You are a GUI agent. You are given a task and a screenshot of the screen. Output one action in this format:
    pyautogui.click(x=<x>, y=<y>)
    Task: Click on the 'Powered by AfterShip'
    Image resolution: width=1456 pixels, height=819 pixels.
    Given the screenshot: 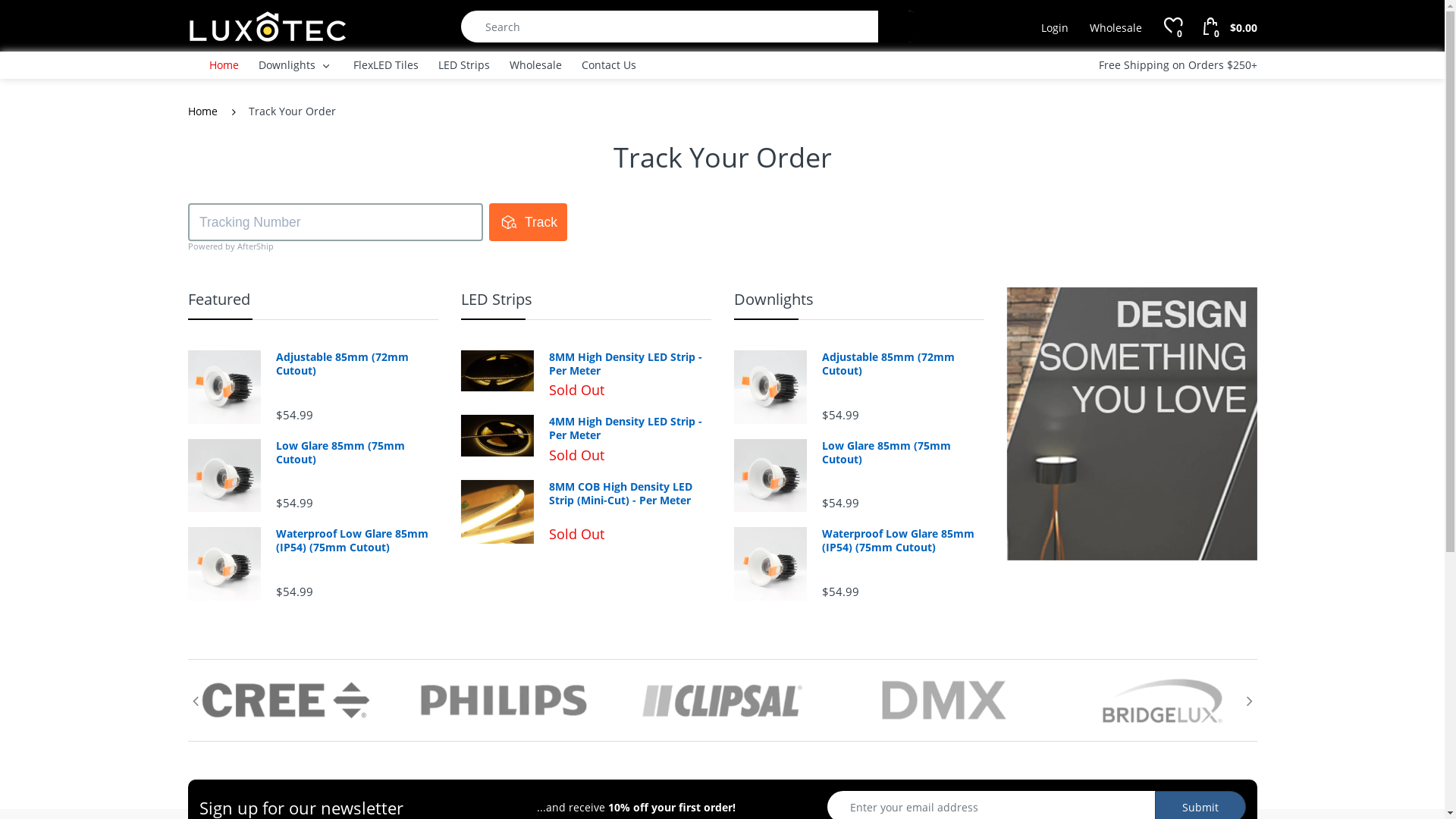 What is the action you would take?
    pyautogui.click(x=230, y=245)
    